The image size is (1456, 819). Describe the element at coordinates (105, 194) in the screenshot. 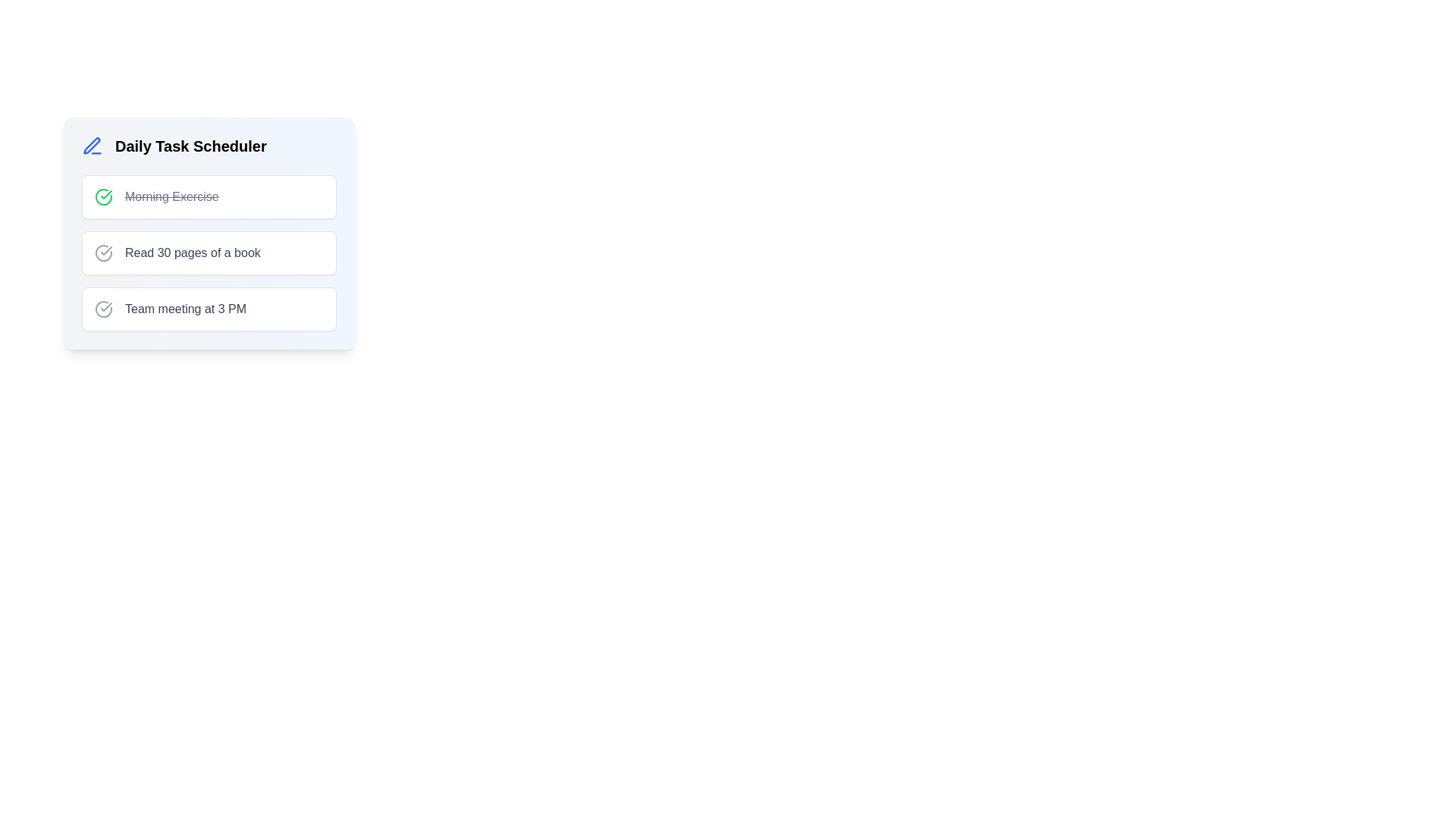

I see `alignment of the checkmark icon indicating the completion of the task 'Read 30 pages of a book' within the 'Daily Task Scheduler' card` at that location.